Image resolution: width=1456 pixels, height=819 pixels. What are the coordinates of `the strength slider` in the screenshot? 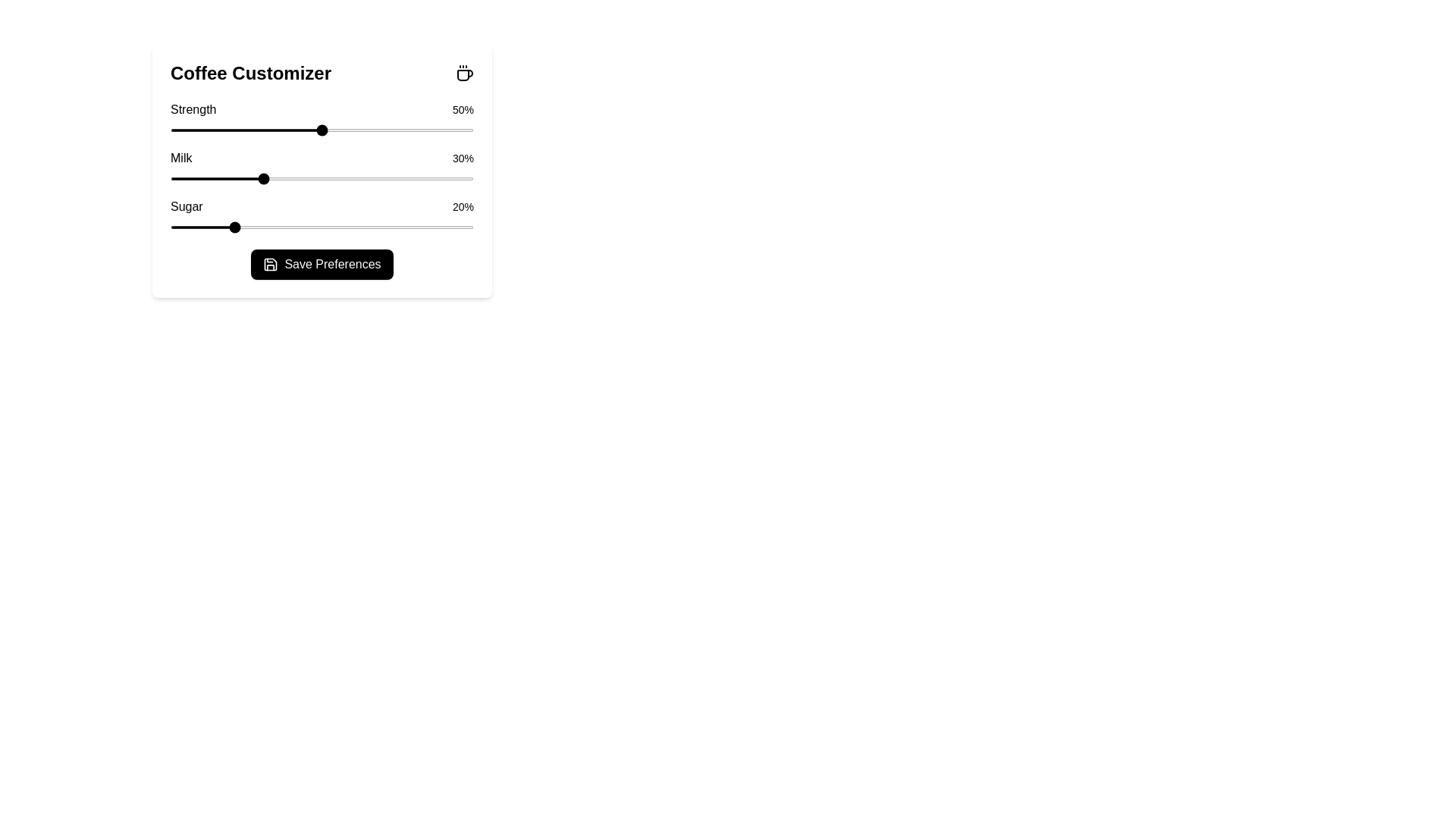 It's located at (410, 130).